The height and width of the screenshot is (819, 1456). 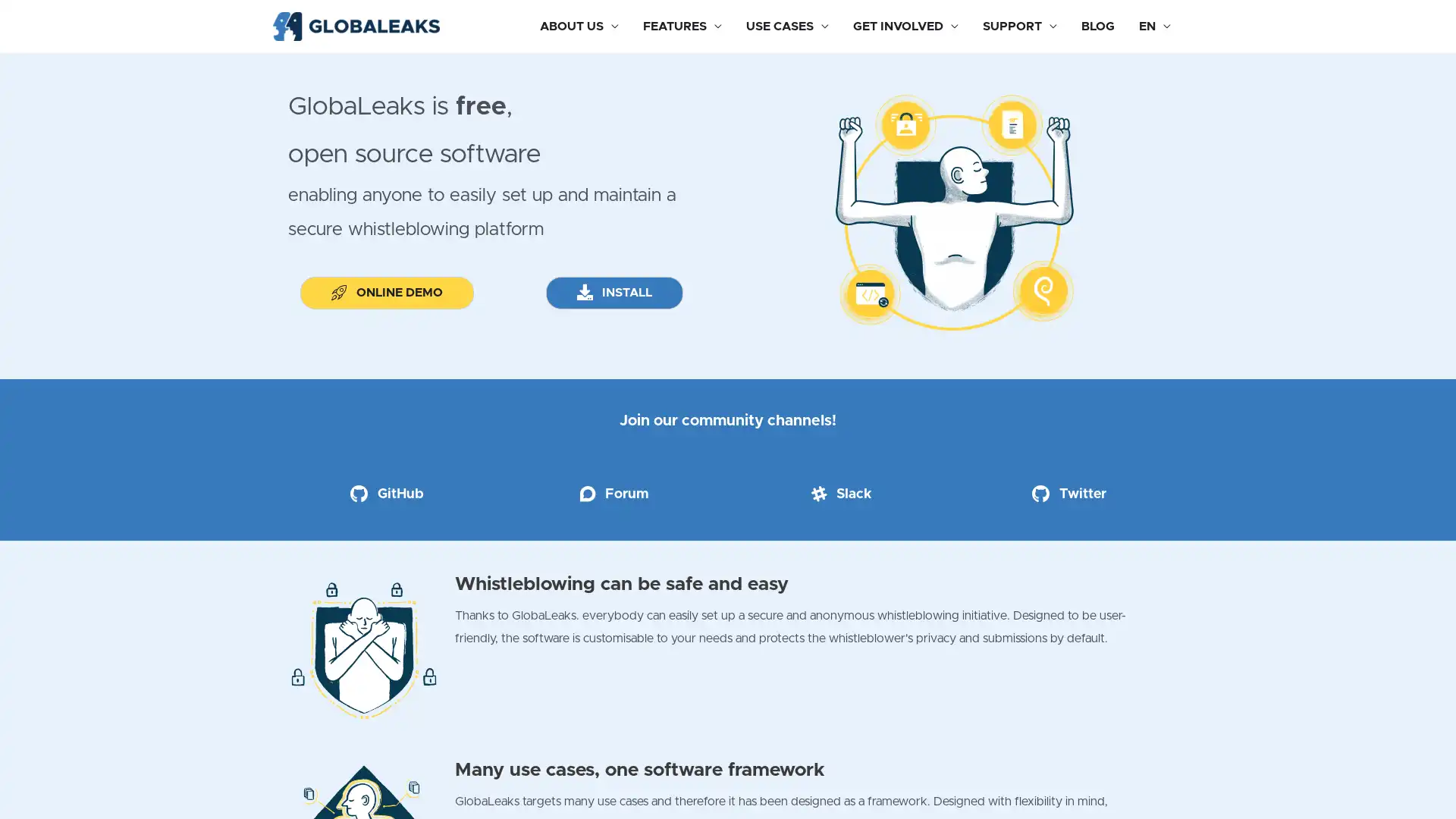 What do you see at coordinates (614, 494) in the screenshot?
I see `Forum` at bounding box center [614, 494].